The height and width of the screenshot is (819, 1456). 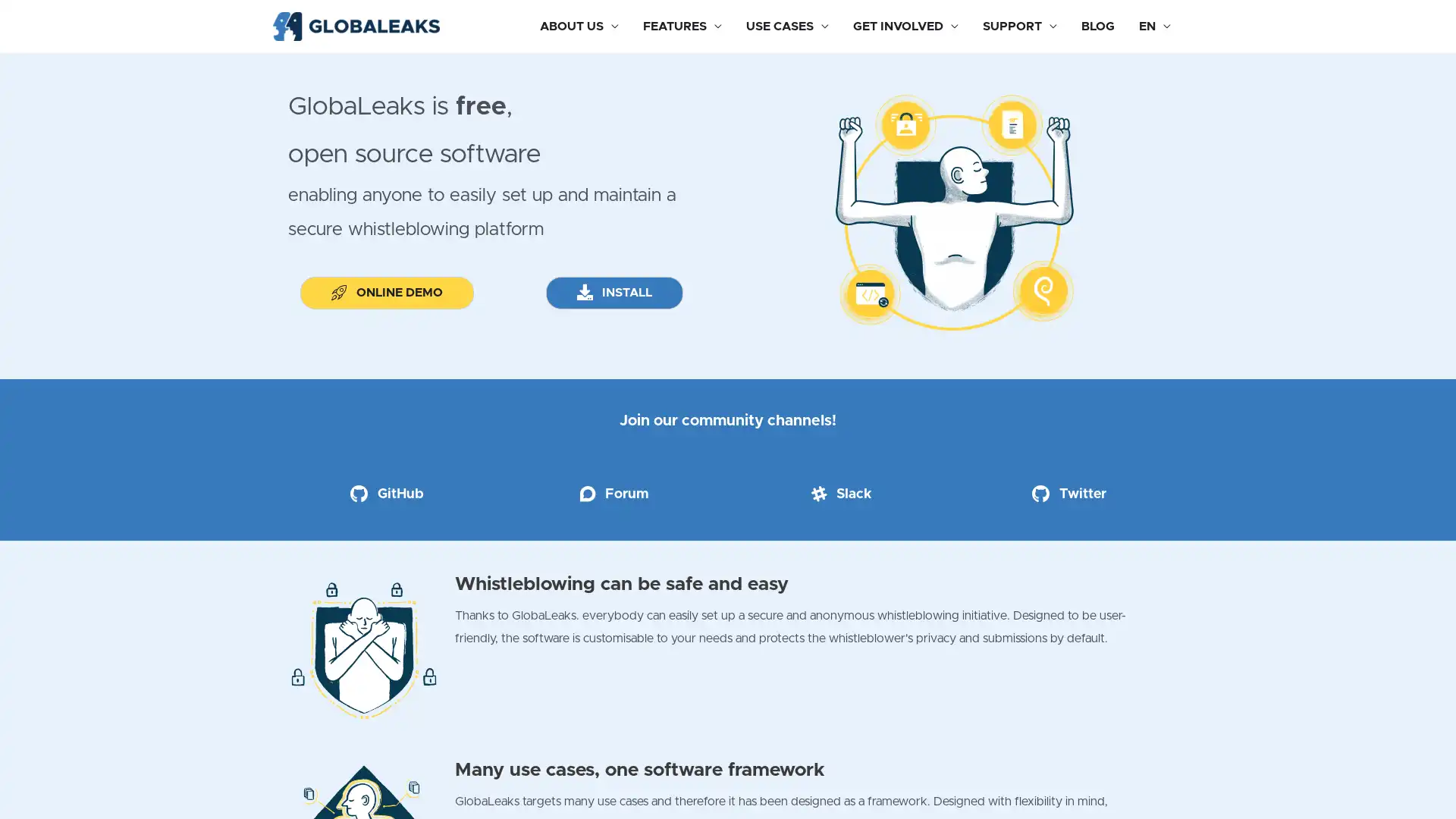 What do you see at coordinates (614, 494) in the screenshot?
I see `Forum` at bounding box center [614, 494].